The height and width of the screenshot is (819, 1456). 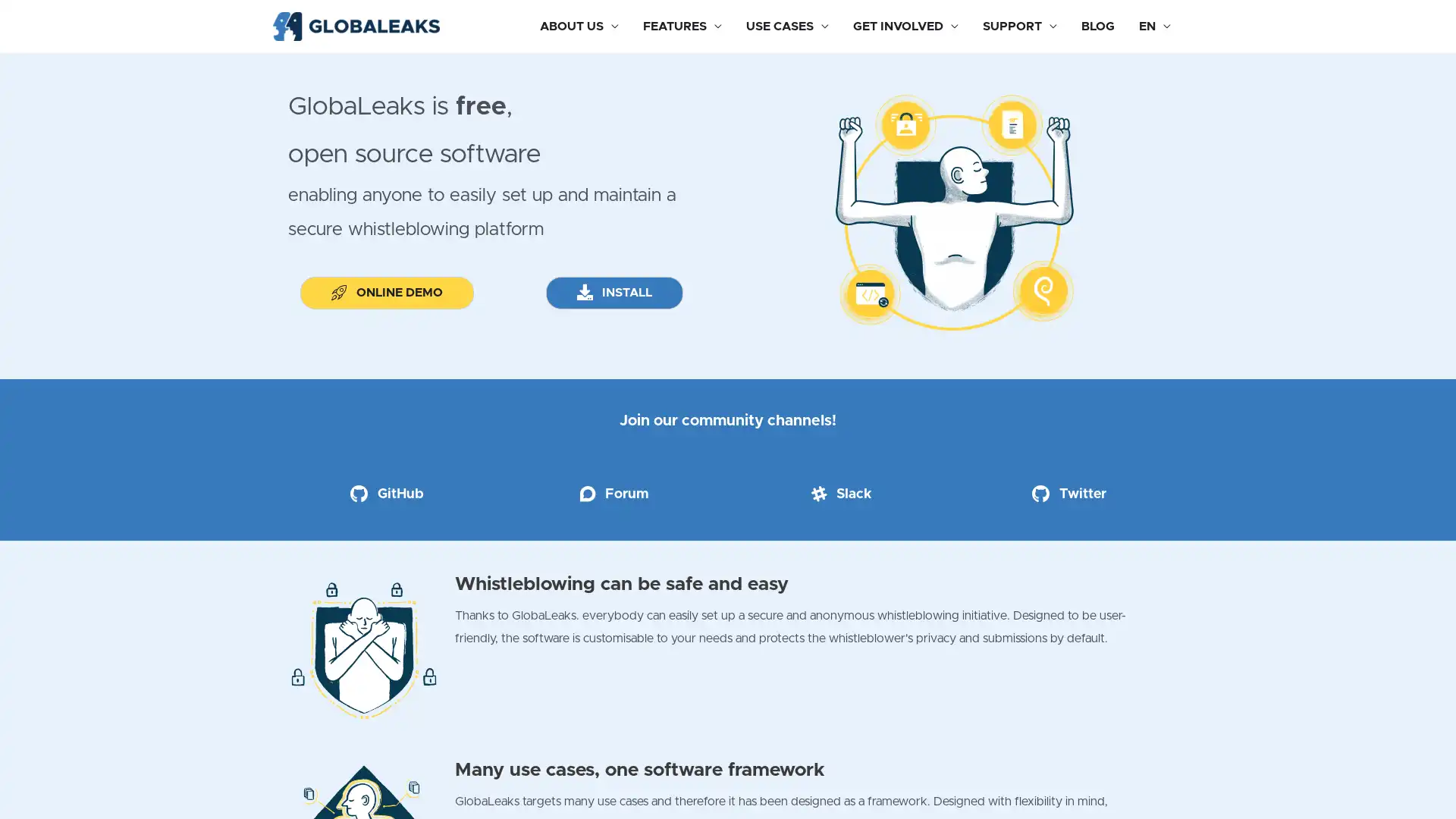 What do you see at coordinates (614, 494) in the screenshot?
I see `Forum` at bounding box center [614, 494].